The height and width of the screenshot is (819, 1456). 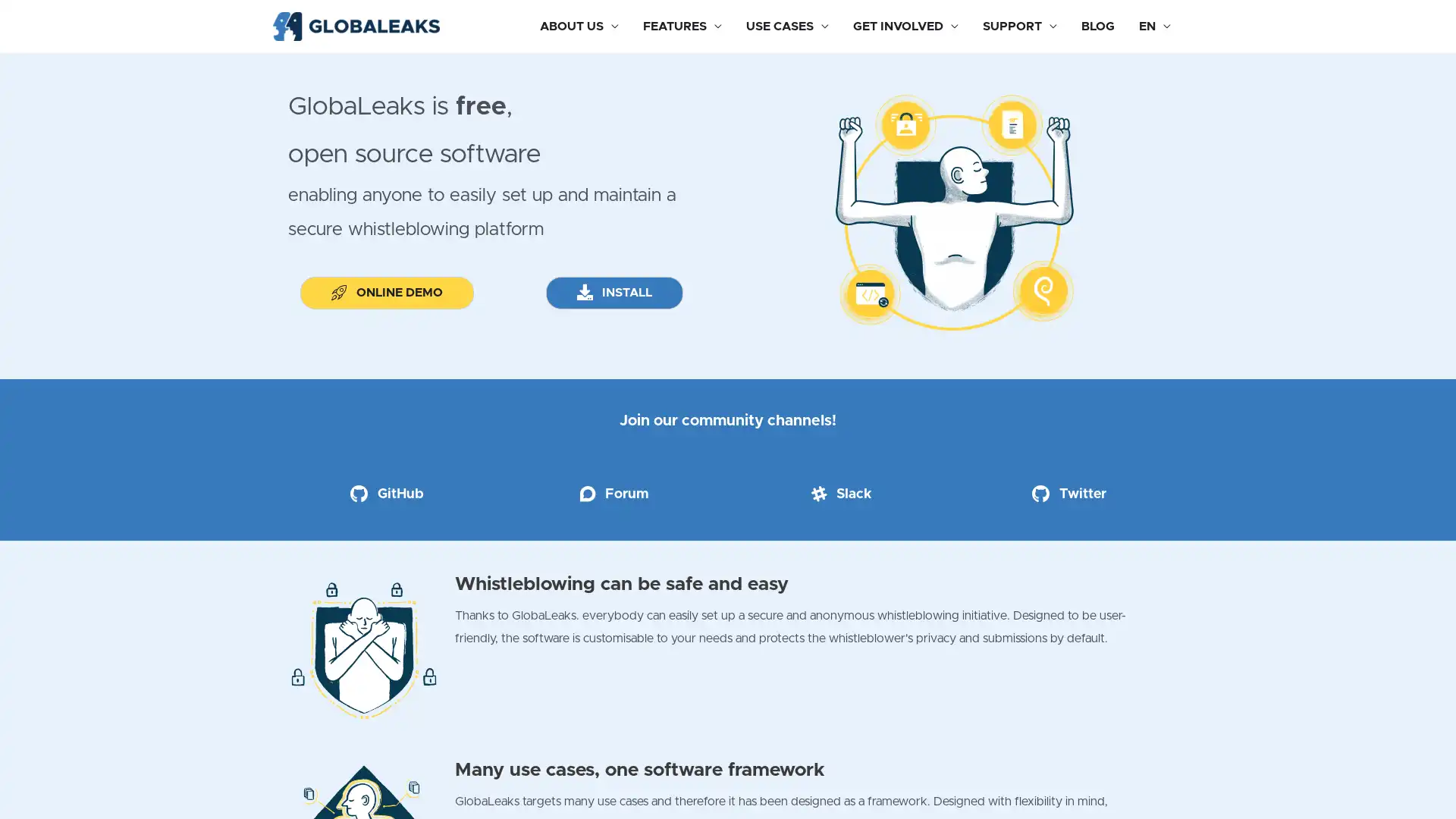 What do you see at coordinates (614, 494) in the screenshot?
I see `Forum` at bounding box center [614, 494].